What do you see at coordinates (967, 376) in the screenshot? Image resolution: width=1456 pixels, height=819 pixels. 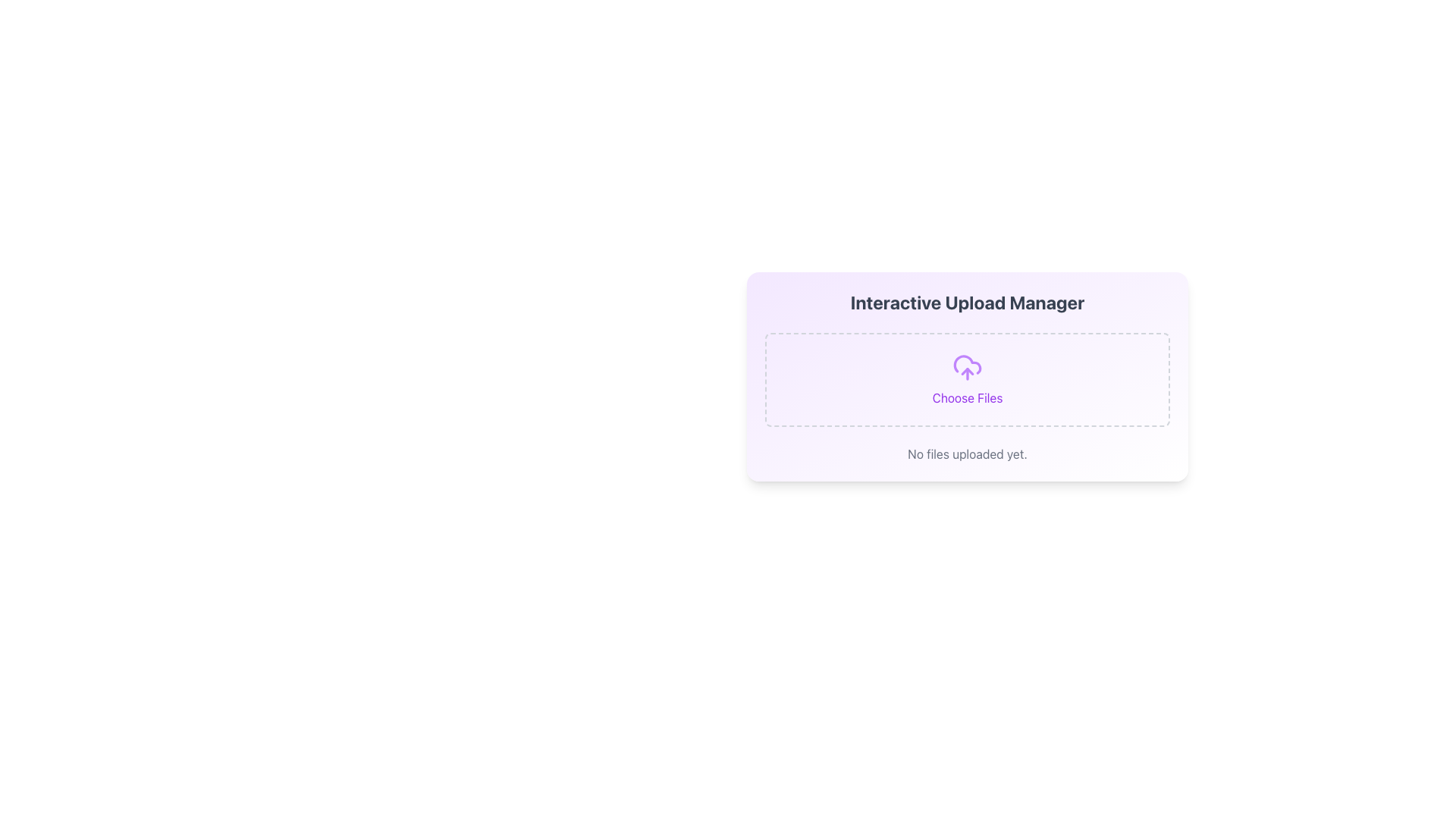 I see `the 'Choose Files' section of the Interactive Component with Upload Functionality` at bounding box center [967, 376].